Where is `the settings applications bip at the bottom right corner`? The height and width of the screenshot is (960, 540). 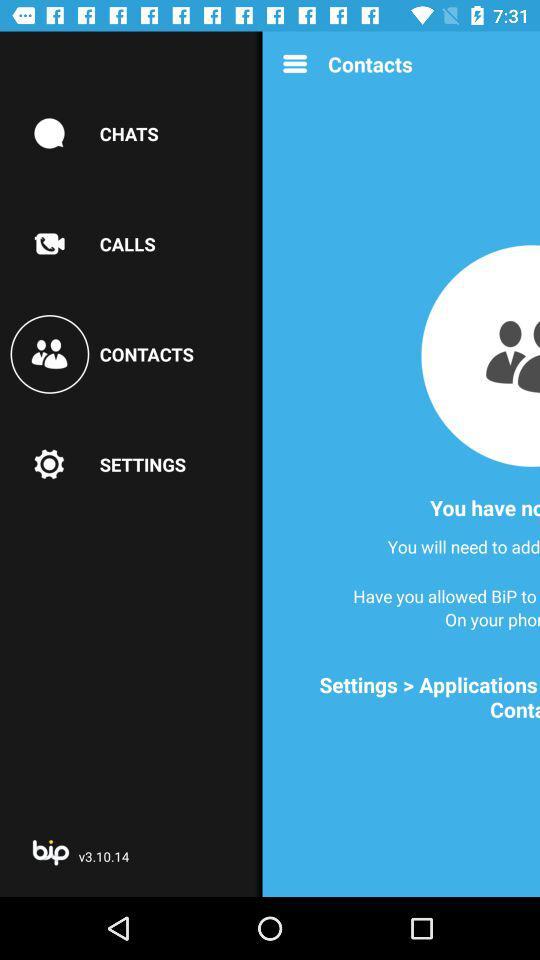 the settings applications bip at the bottom right corner is located at coordinates (406, 697).